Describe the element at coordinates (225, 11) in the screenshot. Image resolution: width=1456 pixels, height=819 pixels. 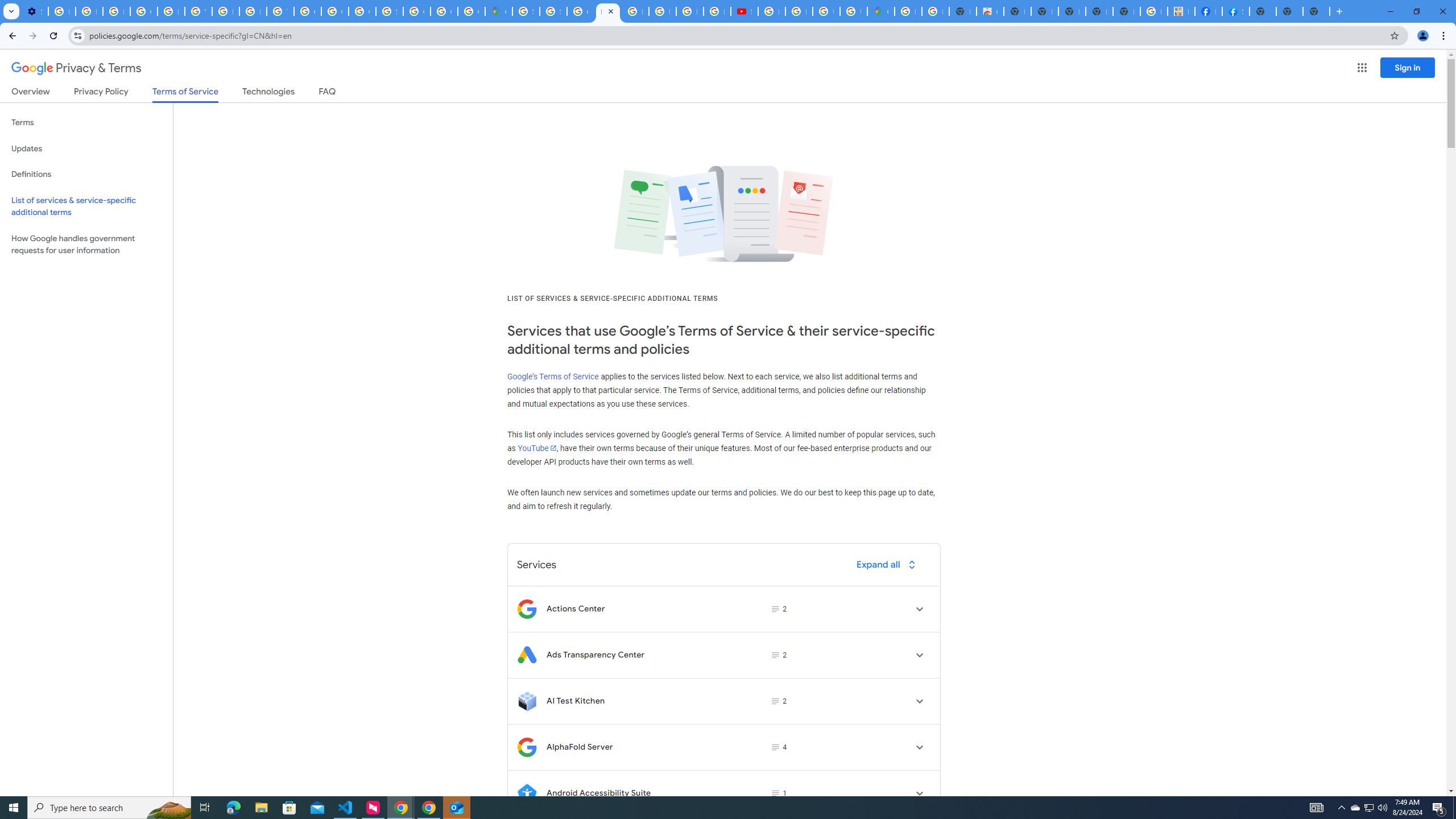
I see `'https://scholar.google.com/'` at that location.